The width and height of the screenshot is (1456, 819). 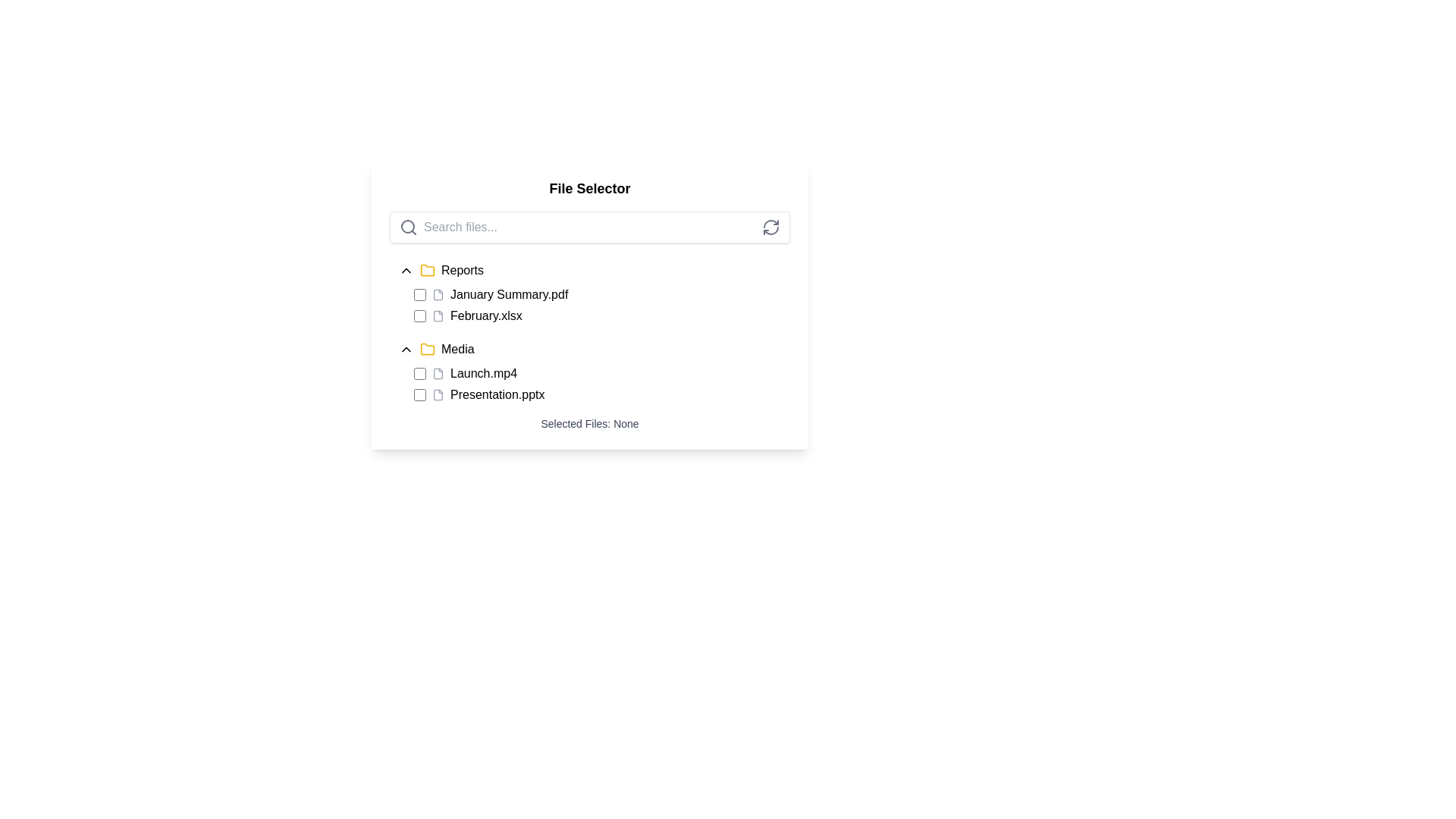 I want to click on the 'Media' folder row in the file selector interface, which is identified by its yellow folder icon and downward chevron symbol, located between the 'Reports' folder and the file rows 'Launch.mp4' and 'Presentation.pptx', so click(x=588, y=350).